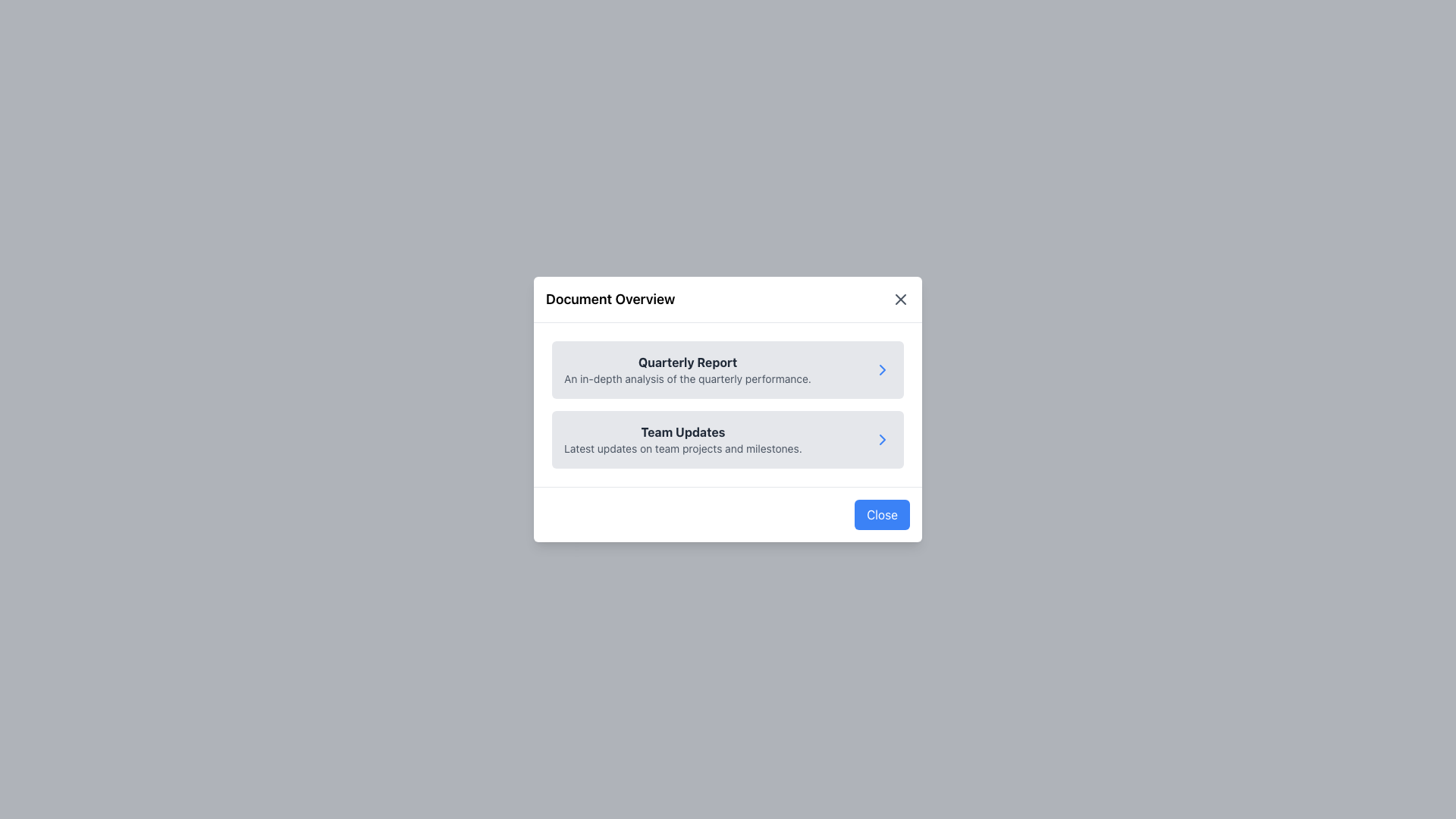 This screenshot has width=1456, height=819. I want to click on text from the descriptive subtitle located within the 'Team Updates' card, positioned directly below the heading 'Team Updates.', so click(682, 447).